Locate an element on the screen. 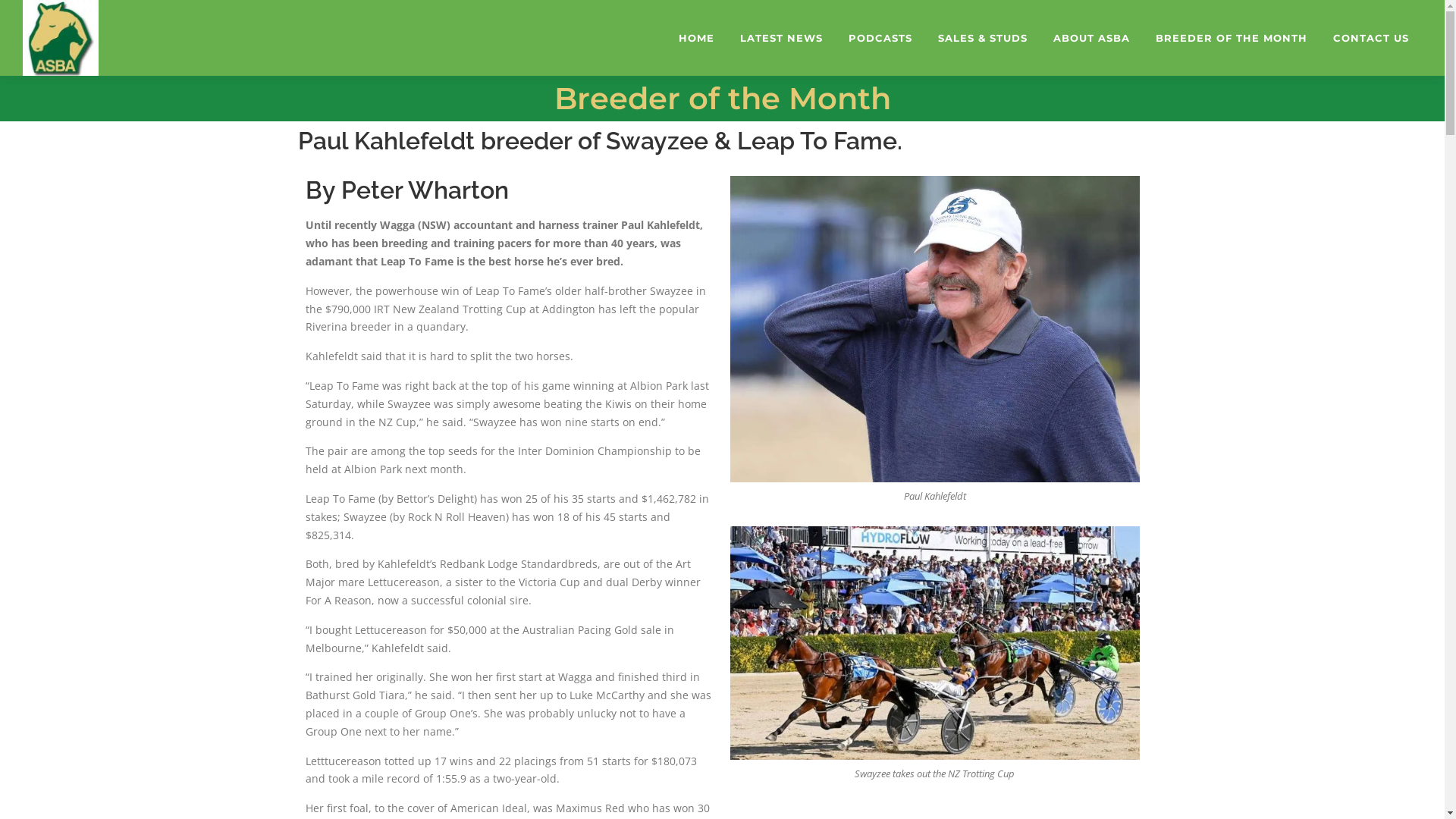 This screenshot has width=1456, height=819. 'BREEDER OF THE MONTH' is located at coordinates (1143, 37).